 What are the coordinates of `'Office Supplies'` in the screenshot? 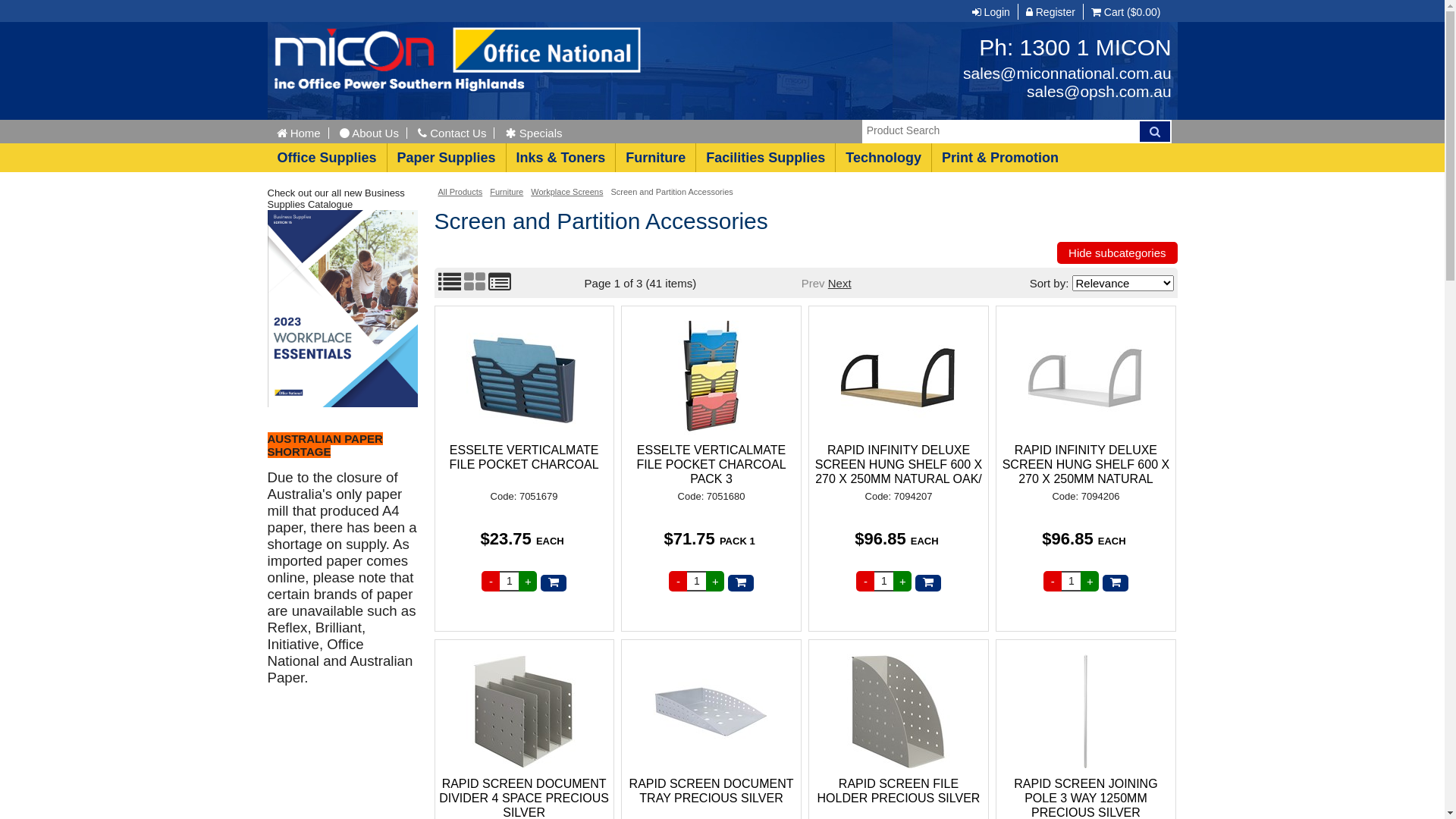 It's located at (325, 158).